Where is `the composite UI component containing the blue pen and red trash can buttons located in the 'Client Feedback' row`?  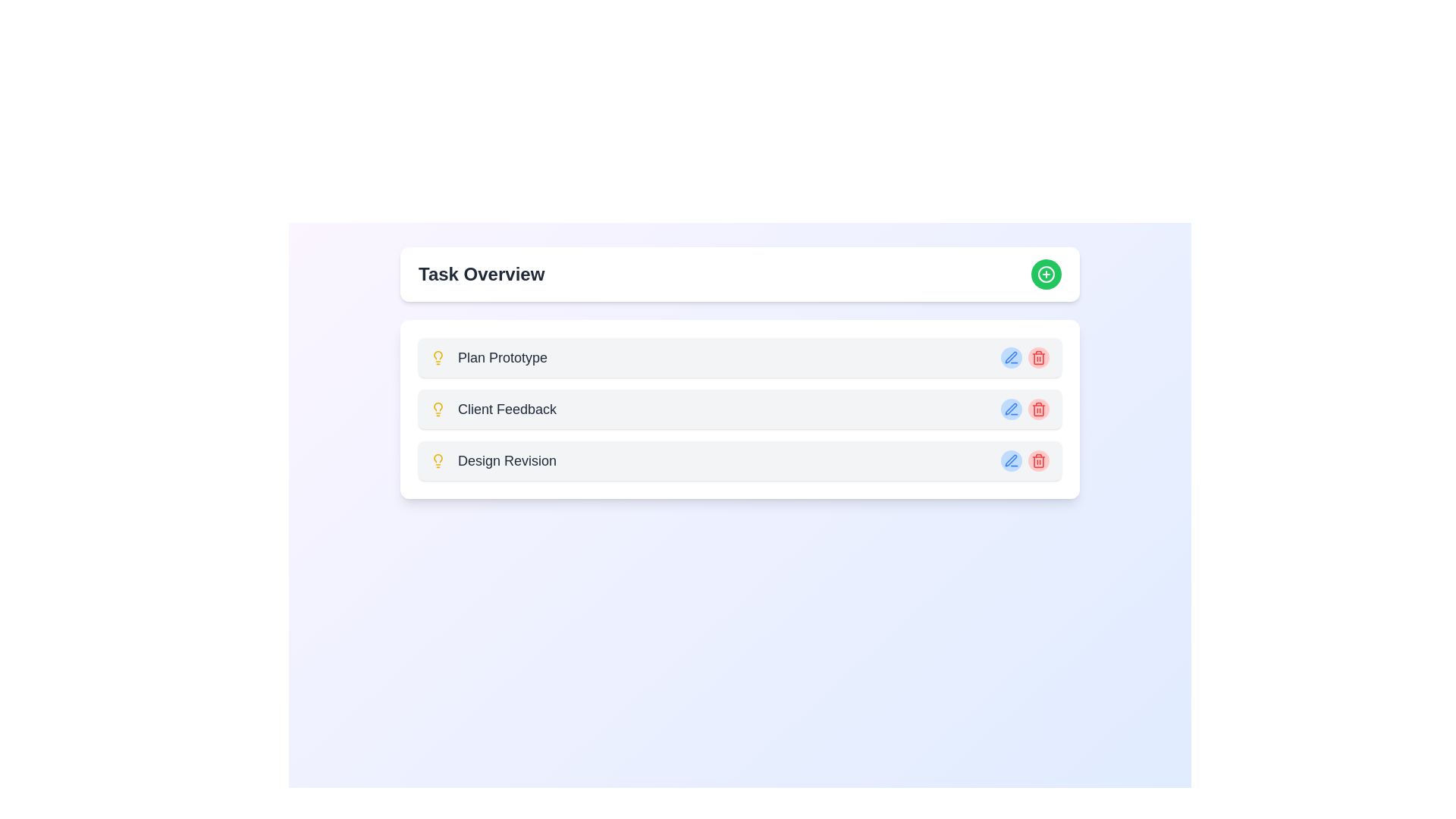 the composite UI component containing the blue pen and red trash can buttons located in the 'Client Feedback' row is located at coordinates (1025, 409).